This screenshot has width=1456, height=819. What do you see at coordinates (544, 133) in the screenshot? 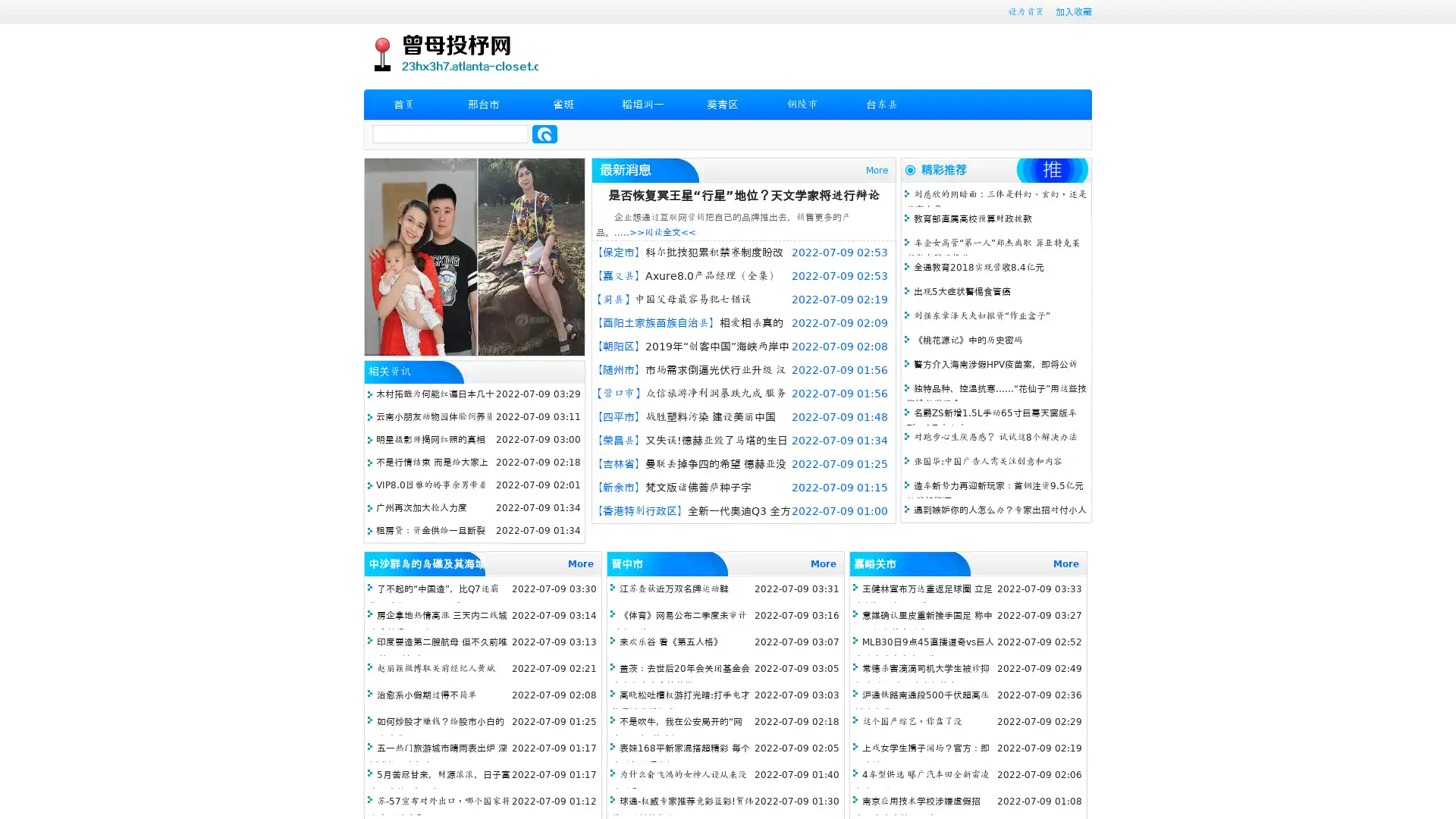
I see `Search` at bounding box center [544, 133].